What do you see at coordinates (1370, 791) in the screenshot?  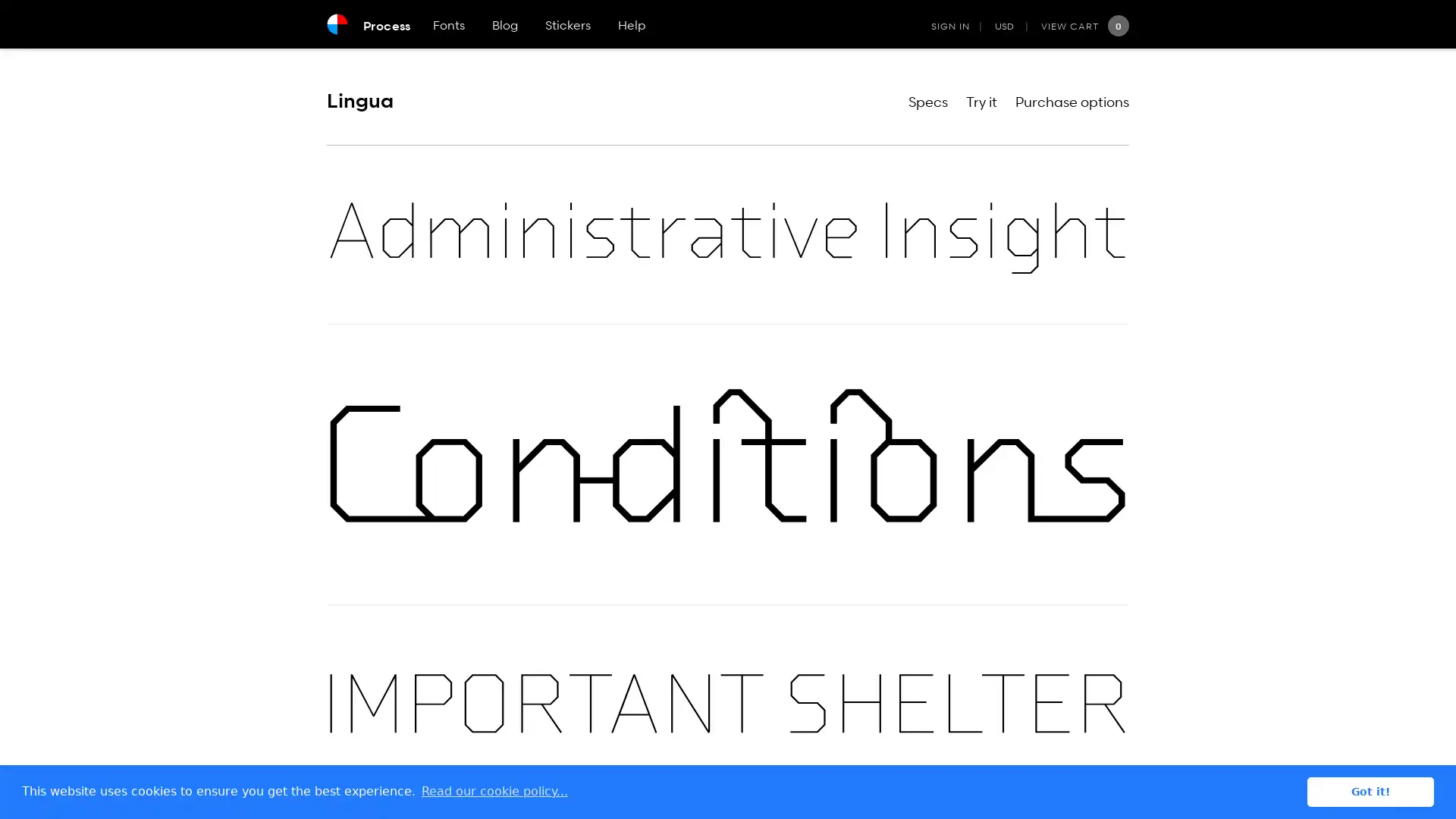 I see `dismiss cookie message` at bounding box center [1370, 791].